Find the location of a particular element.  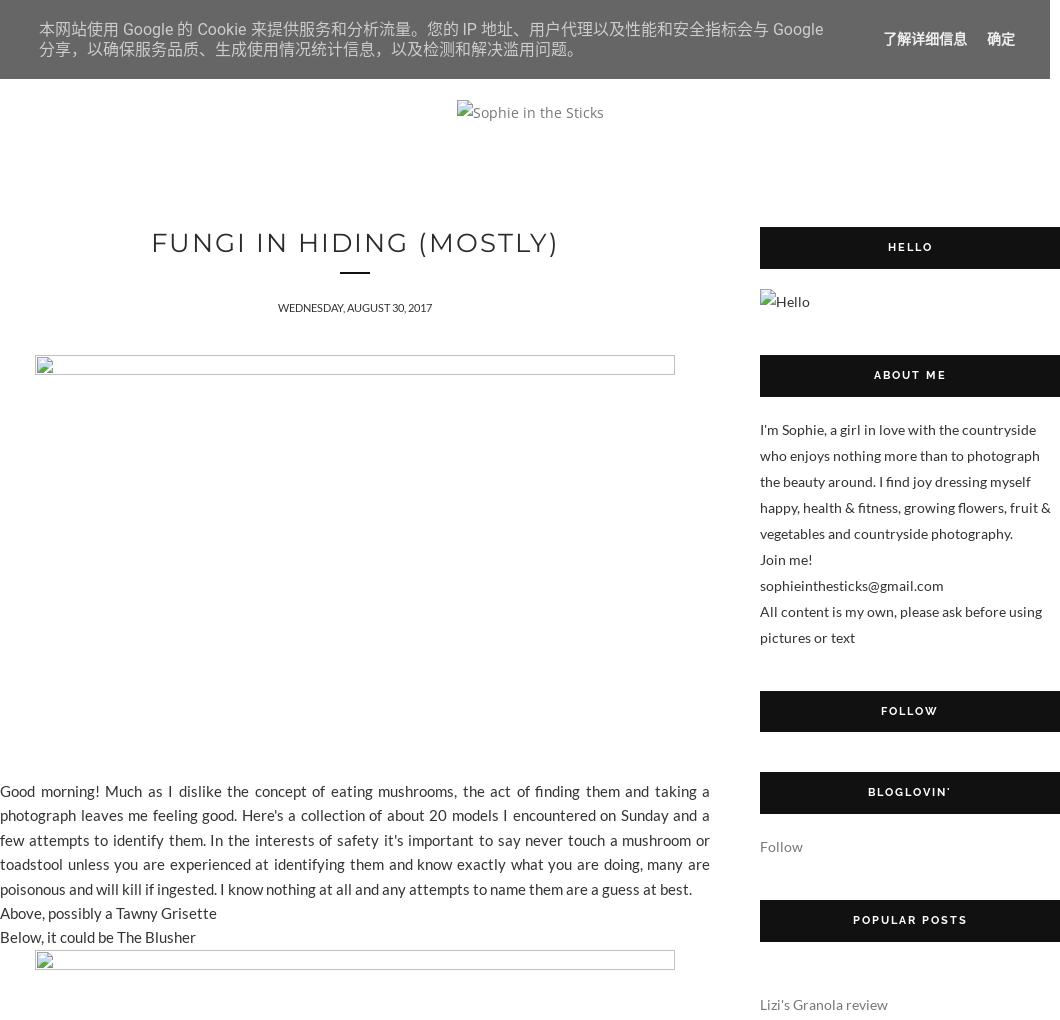

'About me' is located at coordinates (909, 373).